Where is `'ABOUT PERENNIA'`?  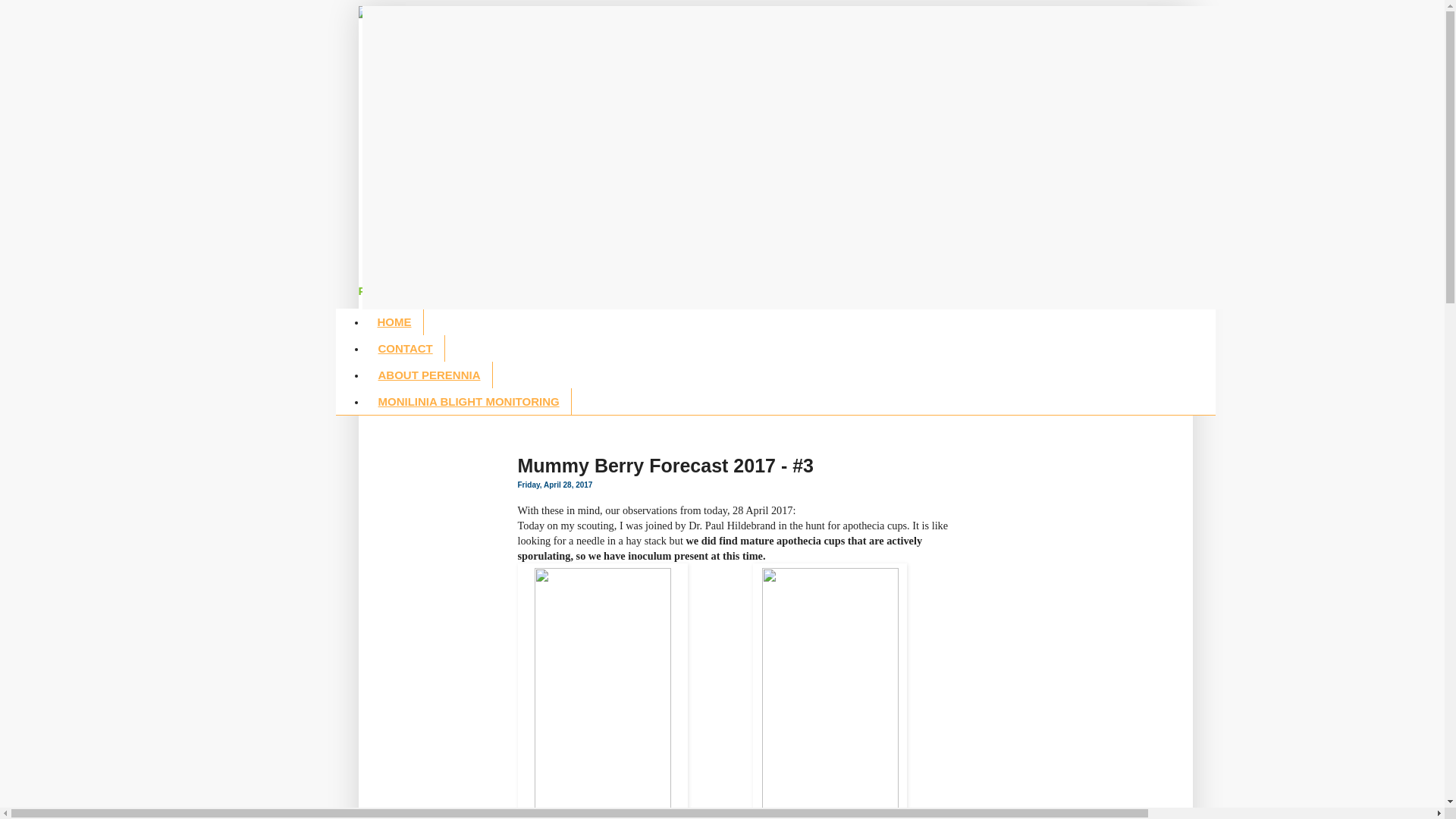
'ABOUT PERENNIA' is located at coordinates (365, 375).